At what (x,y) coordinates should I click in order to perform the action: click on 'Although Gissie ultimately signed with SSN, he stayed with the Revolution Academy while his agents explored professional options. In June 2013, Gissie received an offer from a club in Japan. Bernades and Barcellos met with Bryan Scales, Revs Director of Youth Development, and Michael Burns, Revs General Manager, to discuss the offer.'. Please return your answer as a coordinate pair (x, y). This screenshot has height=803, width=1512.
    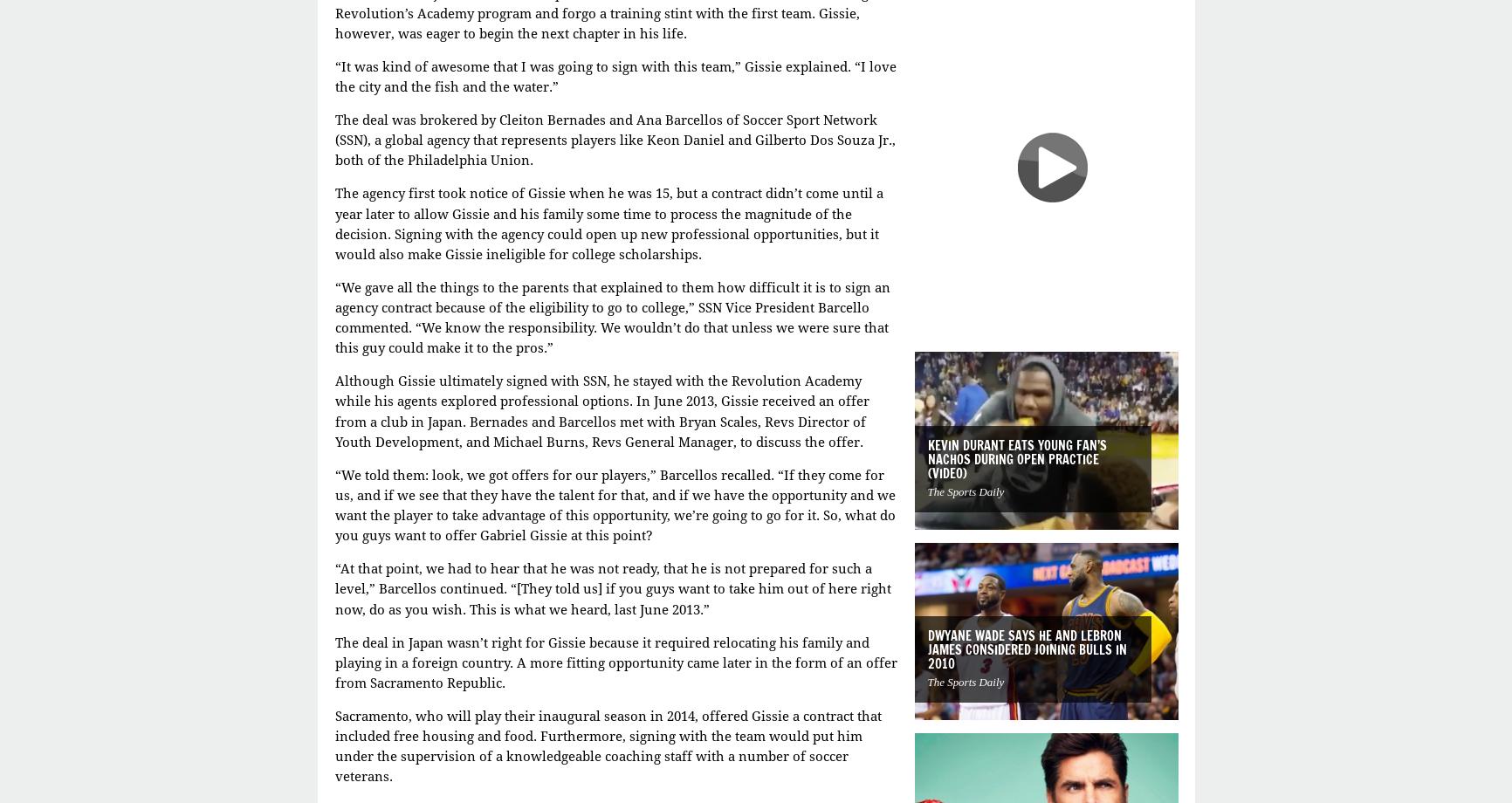
    Looking at the image, I should click on (600, 411).